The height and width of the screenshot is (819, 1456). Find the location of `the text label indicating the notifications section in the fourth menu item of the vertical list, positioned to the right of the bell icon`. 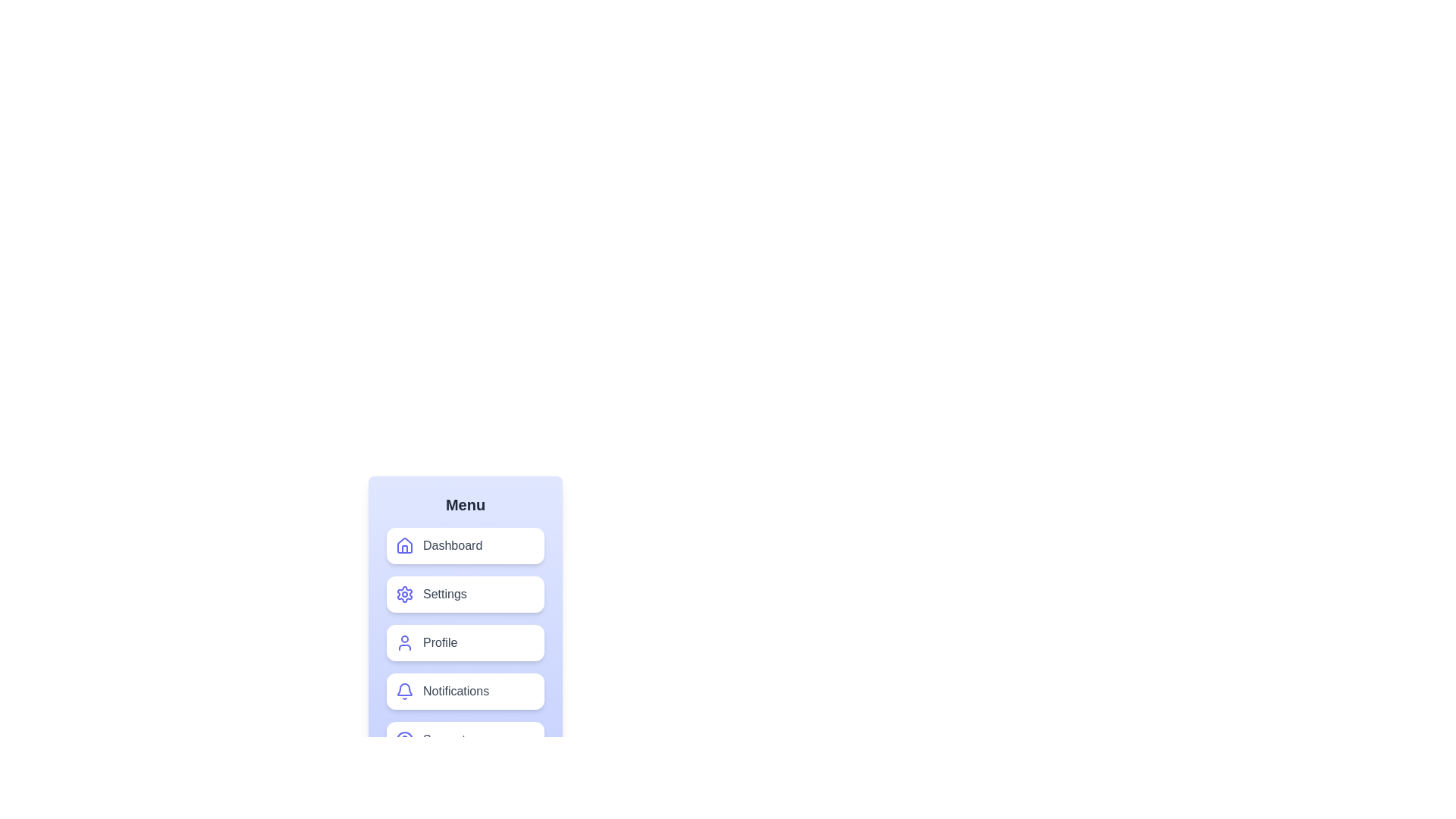

the text label indicating the notifications section in the fourth menu item of the vertical list, positioned to the right of the bell icon is located at coordinates (455, 691).